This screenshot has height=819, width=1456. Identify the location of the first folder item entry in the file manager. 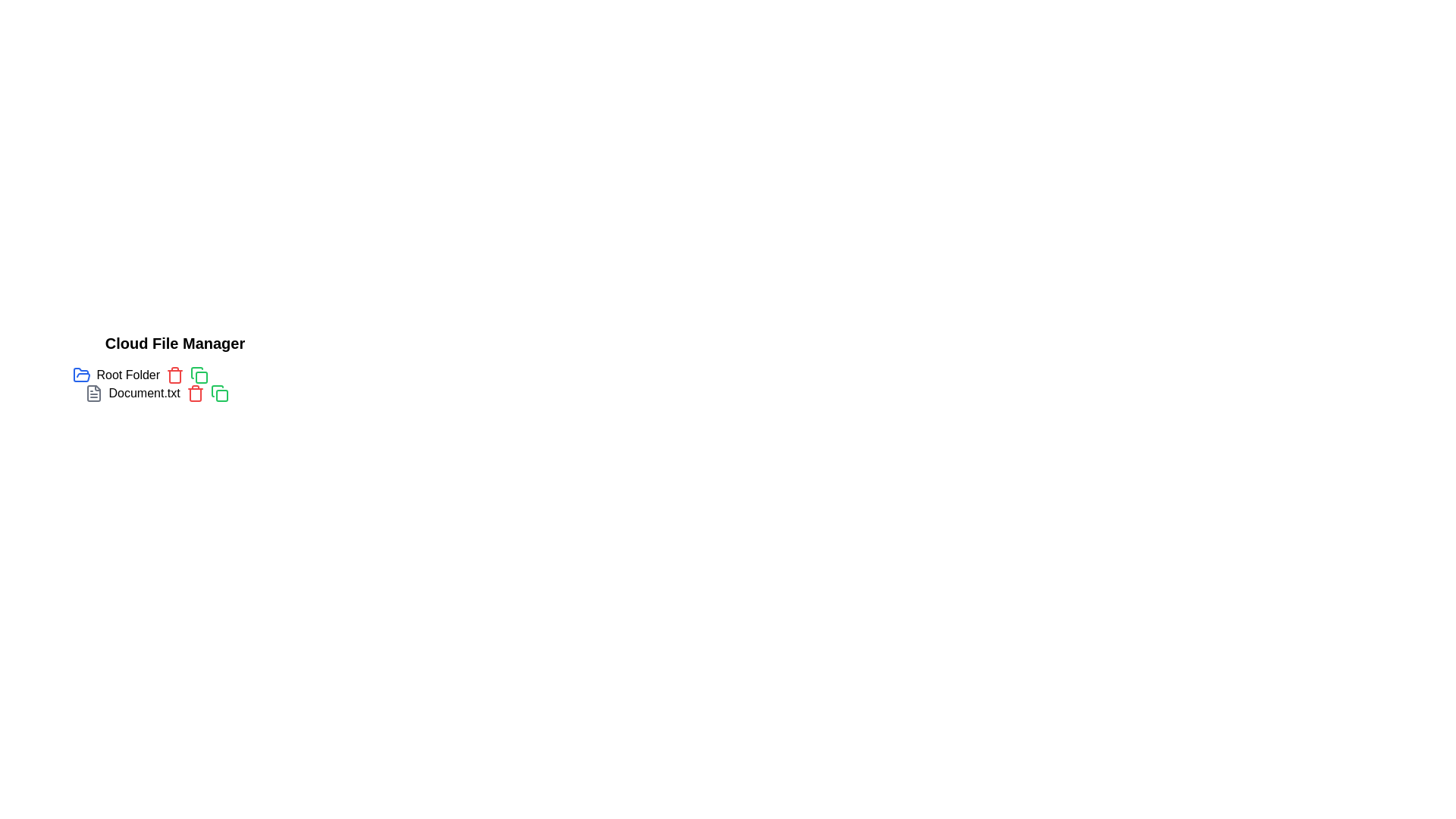
(181, 375).